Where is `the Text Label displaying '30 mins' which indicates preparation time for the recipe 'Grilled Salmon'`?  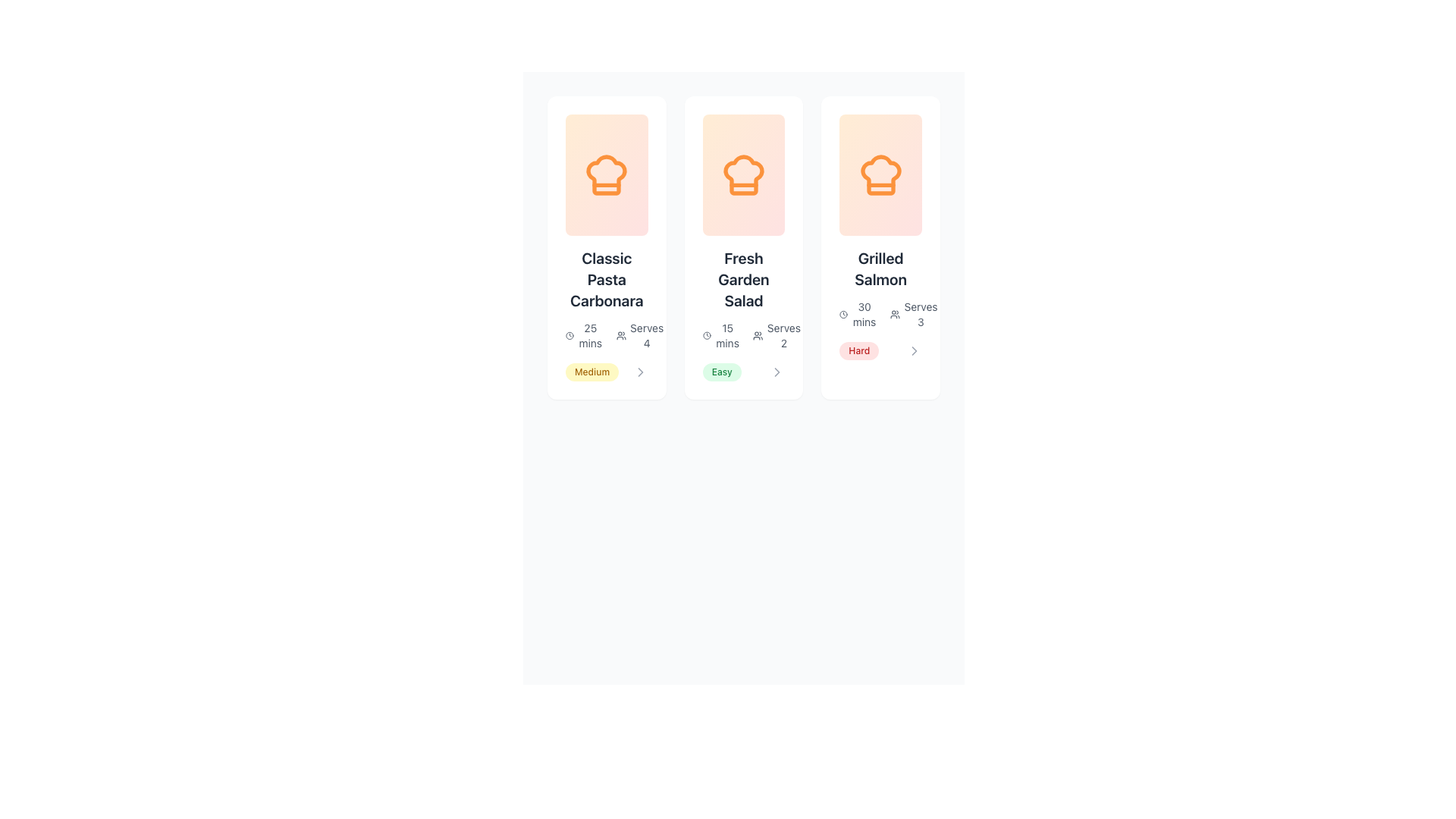
the Text Label displaying '30 mins' which indicates preparation time for the recipe 'Grilled Salmon' is located at coordinates (864, 314).